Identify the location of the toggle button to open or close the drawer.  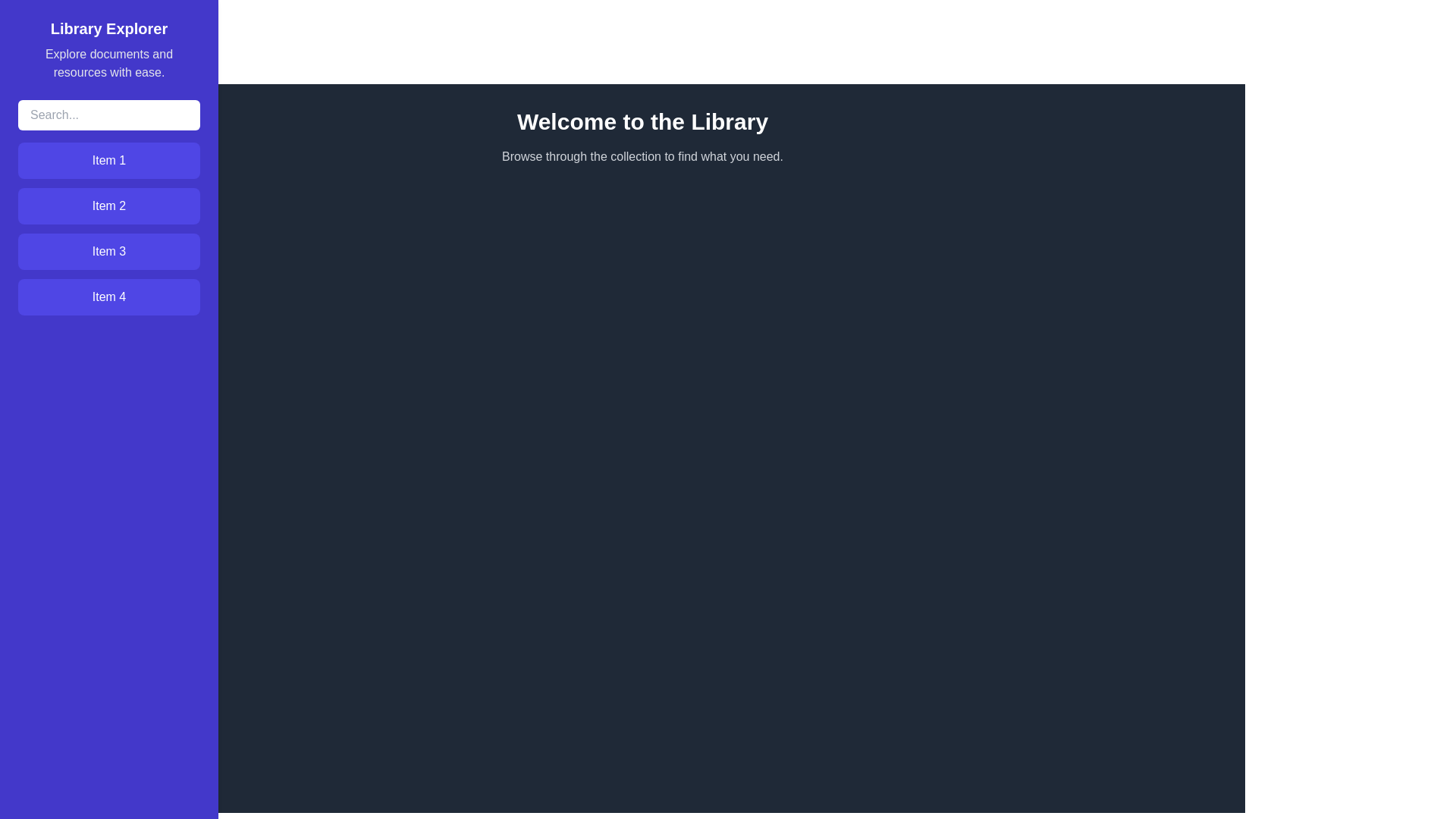
(30, 30).